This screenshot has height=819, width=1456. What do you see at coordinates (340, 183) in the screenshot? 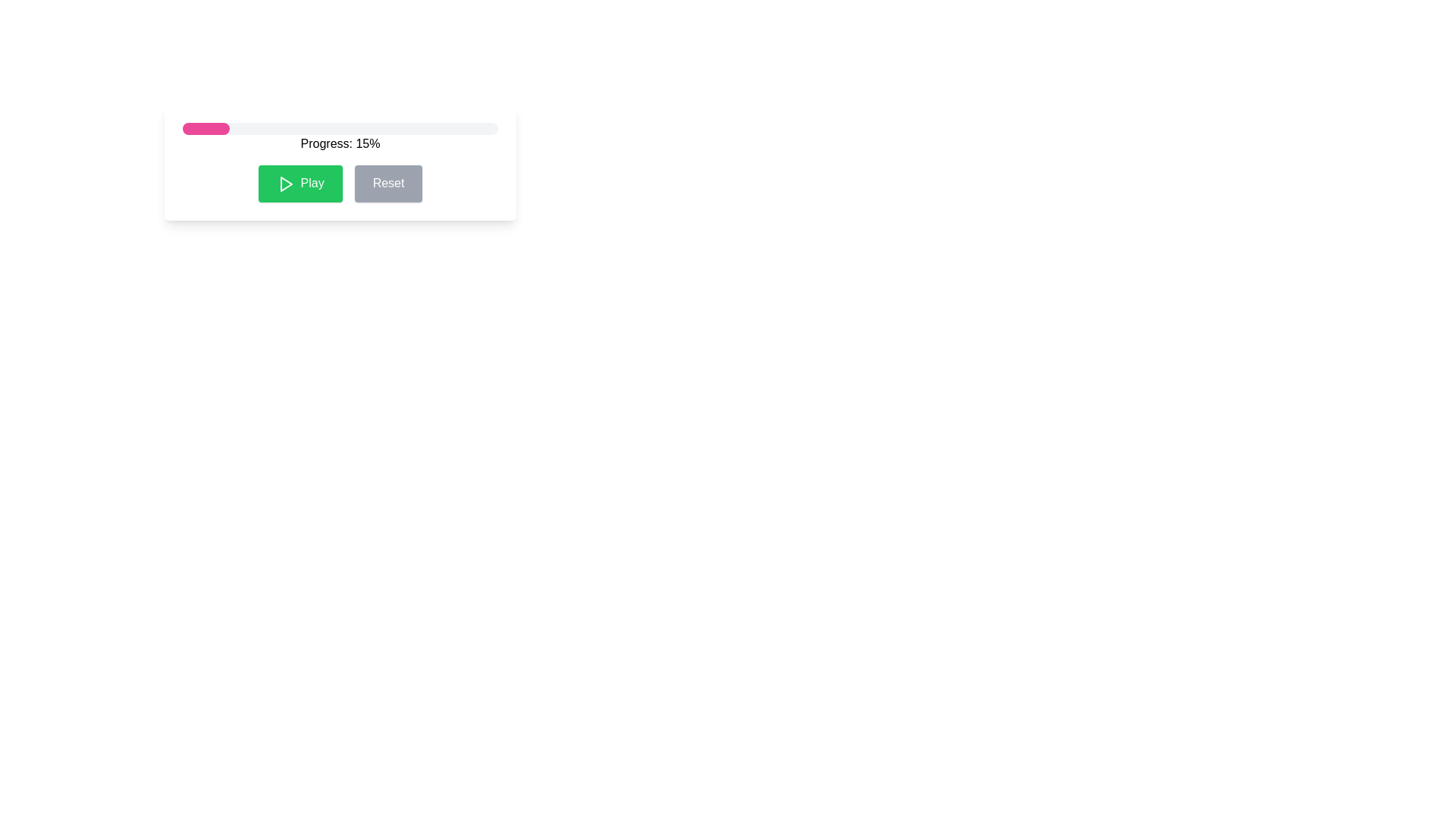
I see `the 'Play' button, which is the left button in a horizontal row at the bottom of the section, to visualize its hover state` at bounding box center [340, 183].